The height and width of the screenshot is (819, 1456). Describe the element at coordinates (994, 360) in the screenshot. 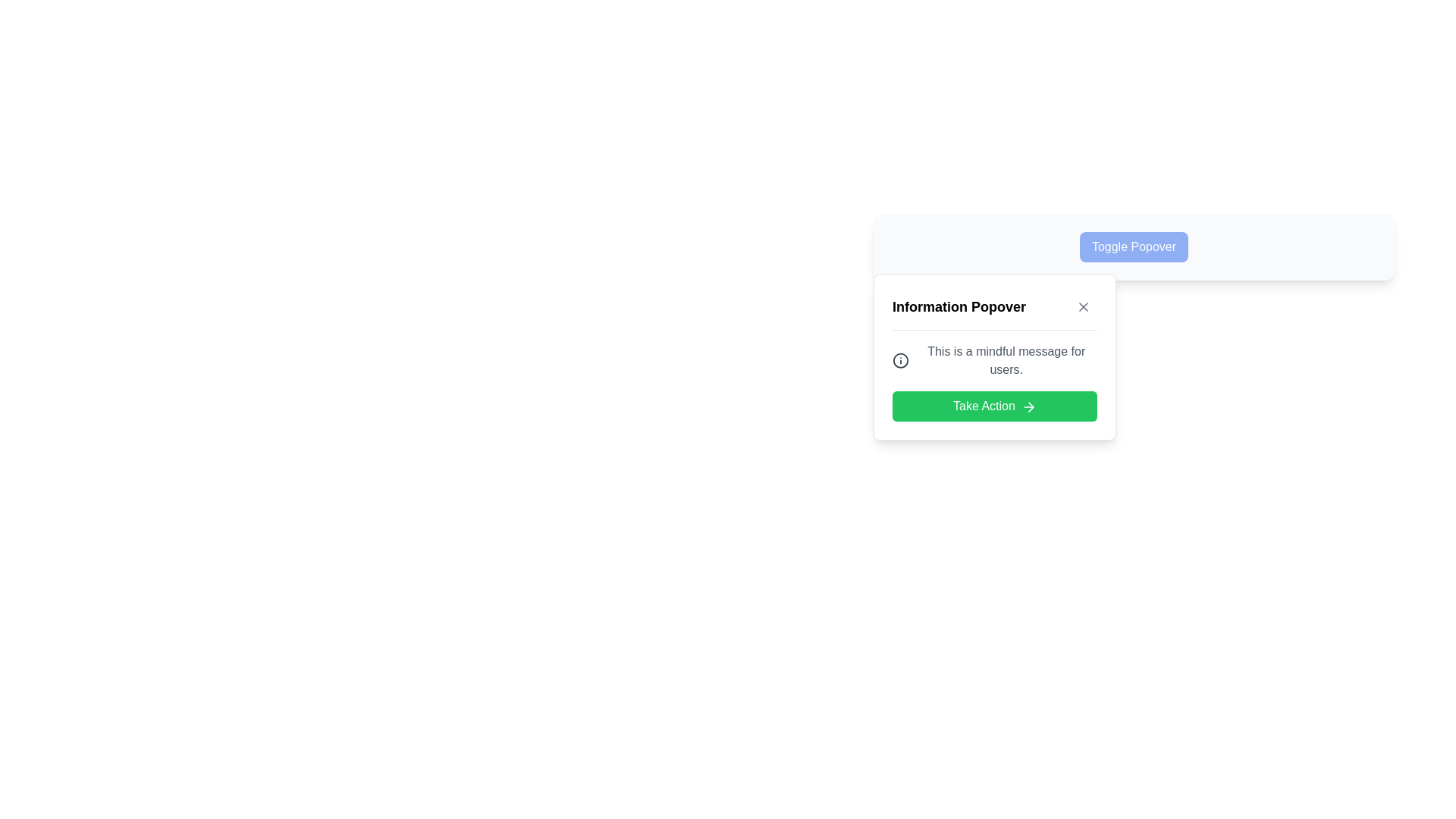

I see `the static informational text located in the 'Information Popover', positioned above the green 'Take Action' button` at that location.